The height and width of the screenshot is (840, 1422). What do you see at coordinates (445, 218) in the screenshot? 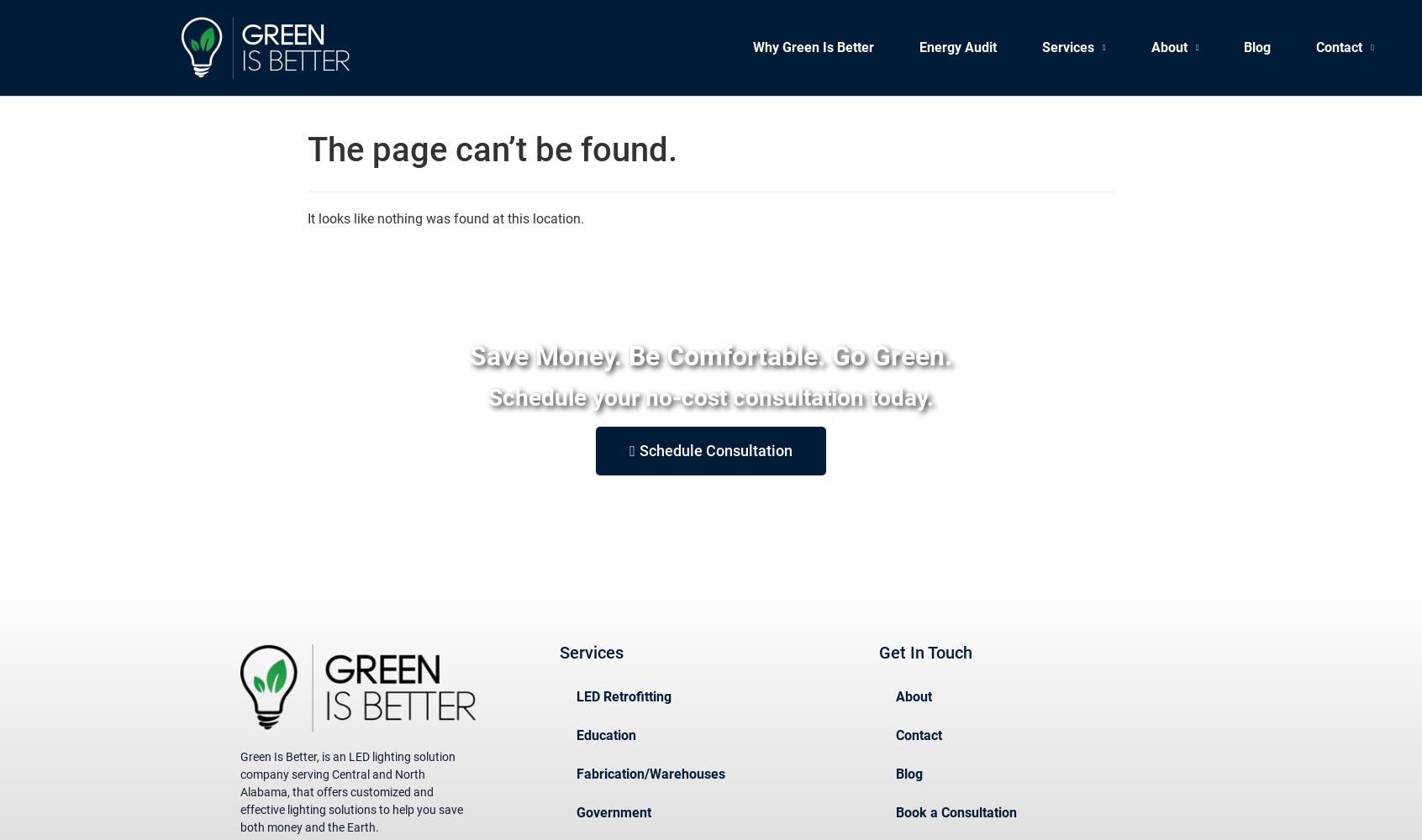
I see `'It looks like nothing was found at this location.'` at bounding box center [445, 218].